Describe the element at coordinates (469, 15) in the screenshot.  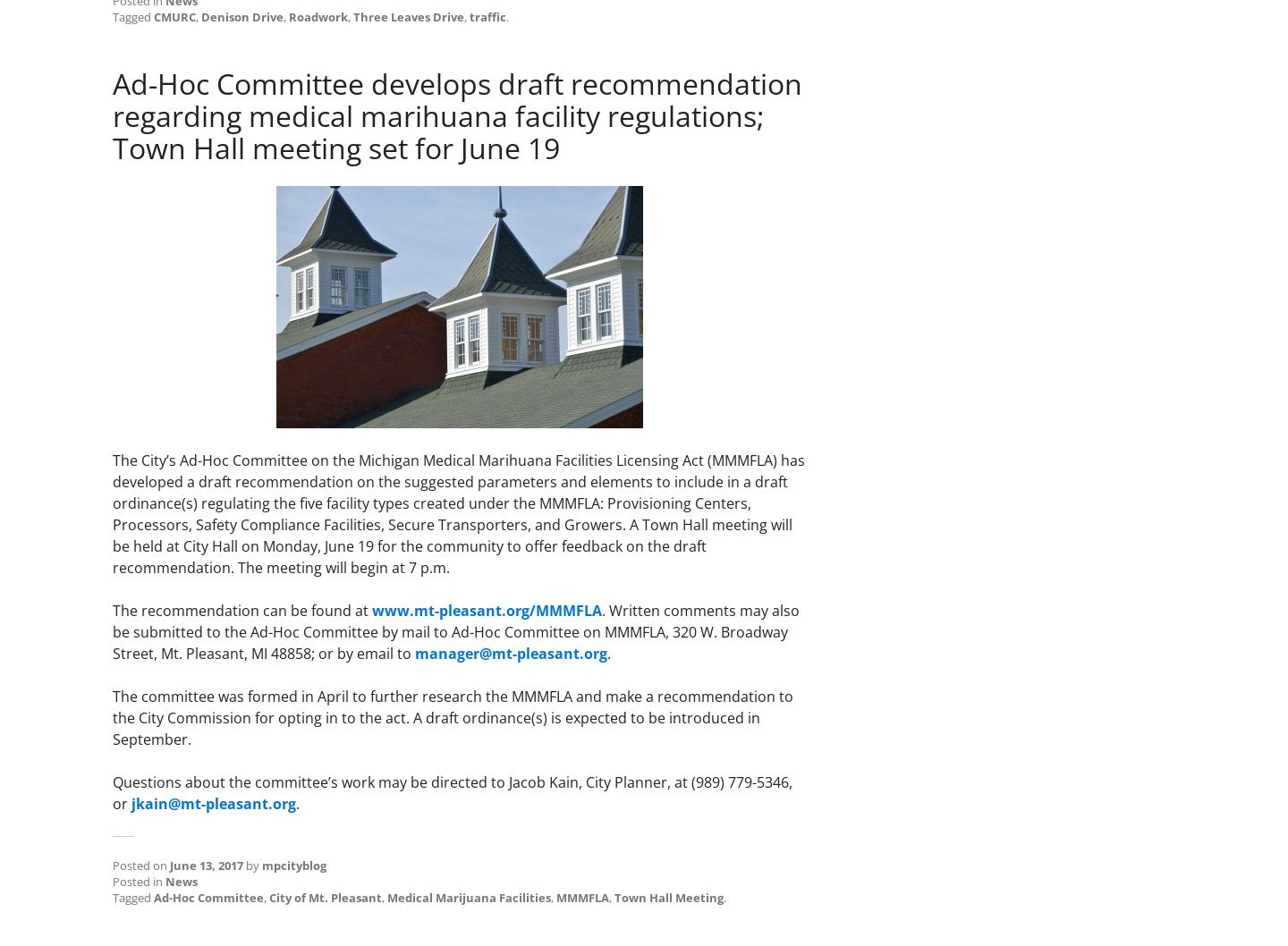
I see `'traffic'` at that location.